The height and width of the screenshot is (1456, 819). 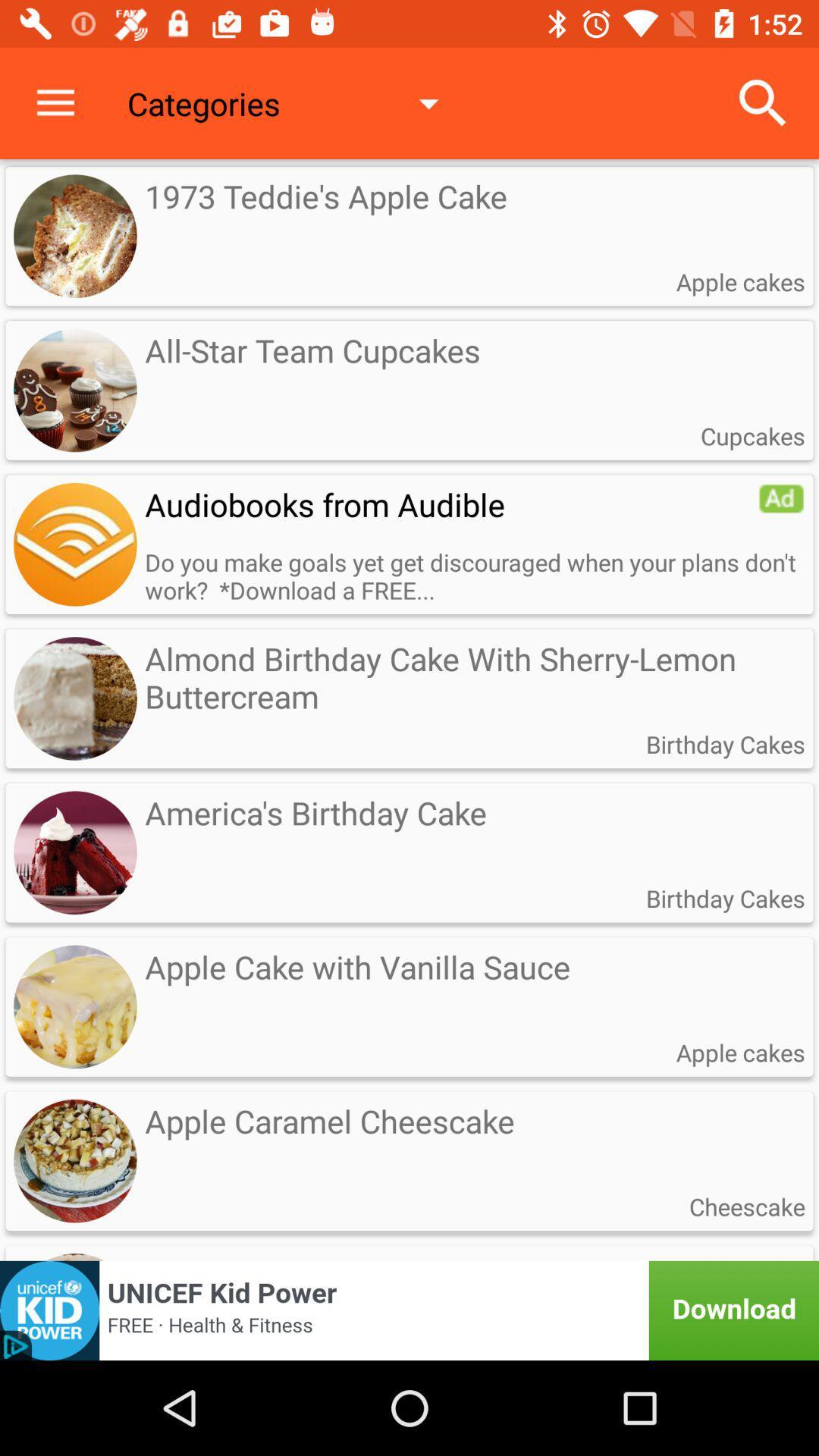 What do you see at coordinates (75, 544) in the screenshot?
I see `audible app page` at bounding box center [75, 544].